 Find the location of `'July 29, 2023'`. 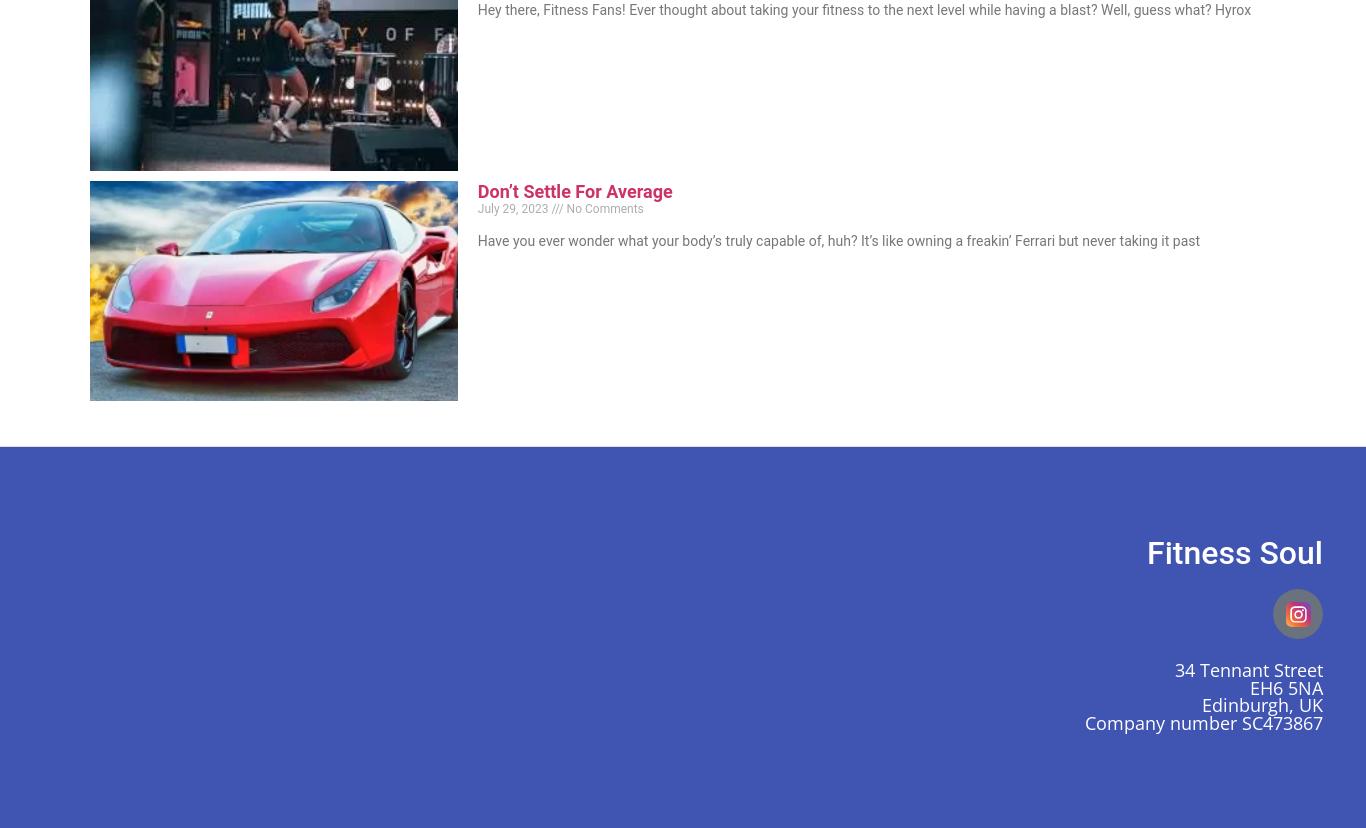

'July 29, 2023' is located at coordinates (514, 208).